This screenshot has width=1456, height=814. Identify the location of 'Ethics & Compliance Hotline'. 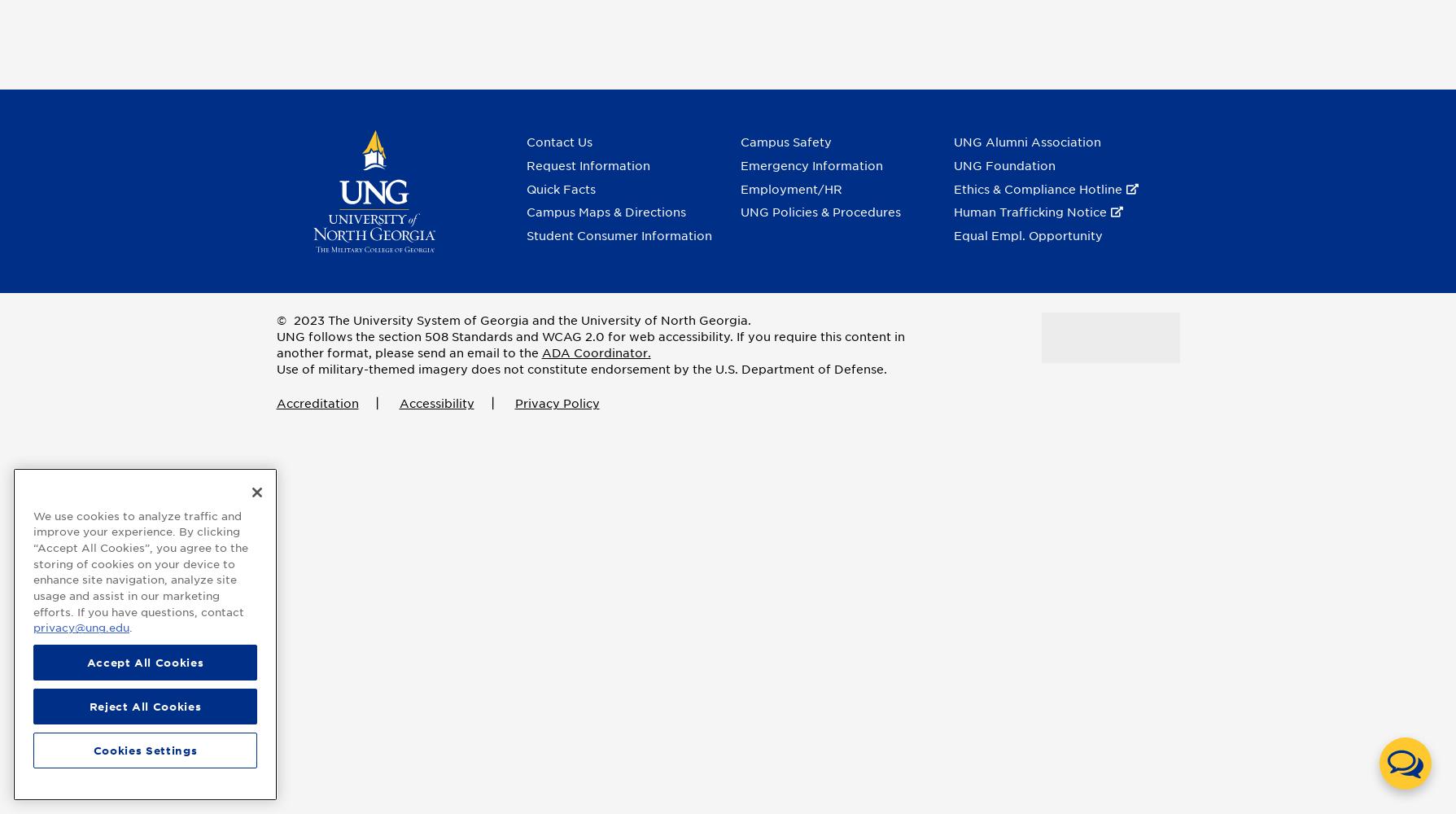
(1038, 188).